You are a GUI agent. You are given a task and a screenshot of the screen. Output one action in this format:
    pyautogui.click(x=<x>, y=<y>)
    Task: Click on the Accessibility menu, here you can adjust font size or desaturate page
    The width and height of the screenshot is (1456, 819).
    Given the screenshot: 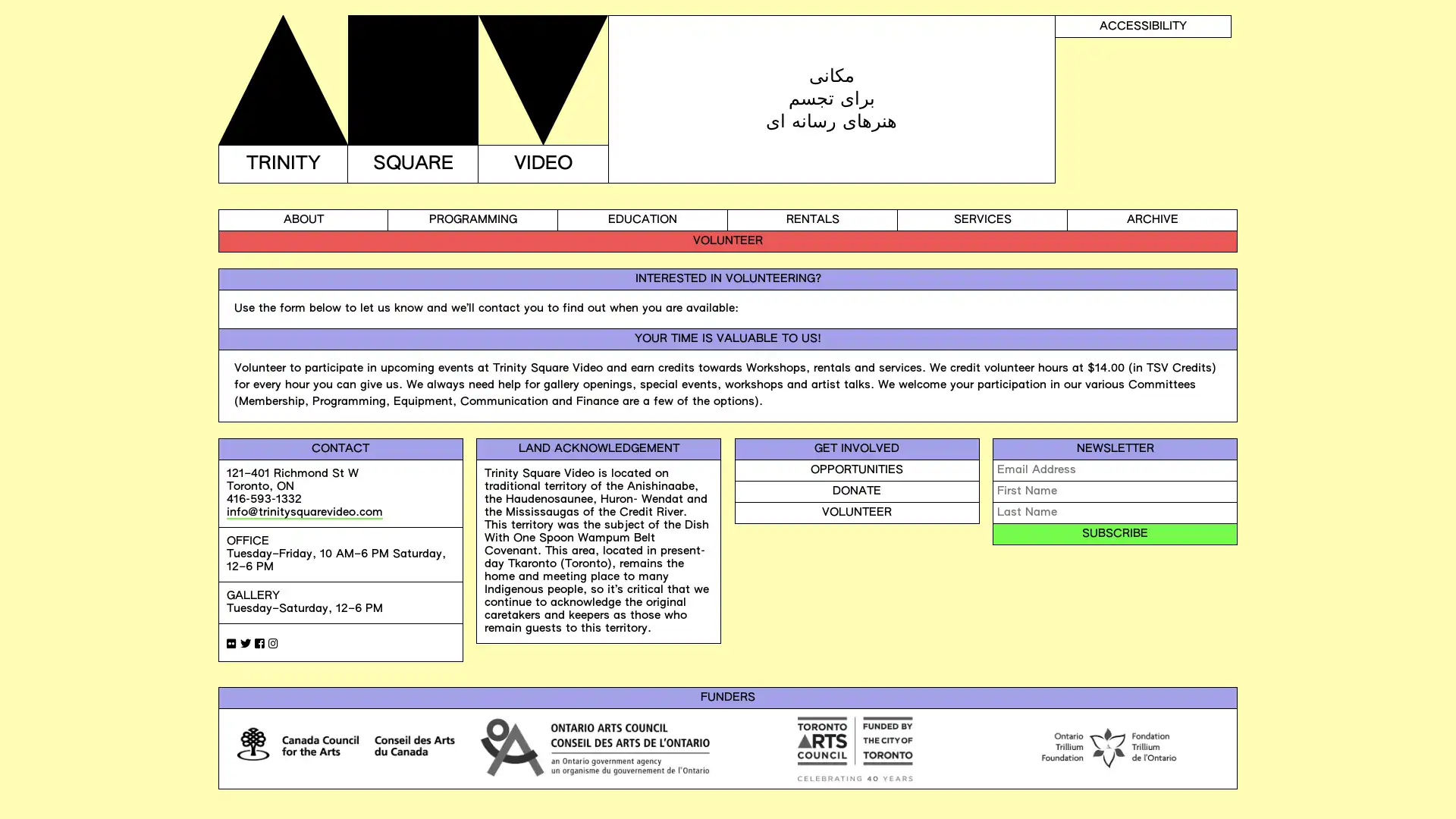 What is the action you would take?
    pyautogui.click(x=1143, y=26)
    